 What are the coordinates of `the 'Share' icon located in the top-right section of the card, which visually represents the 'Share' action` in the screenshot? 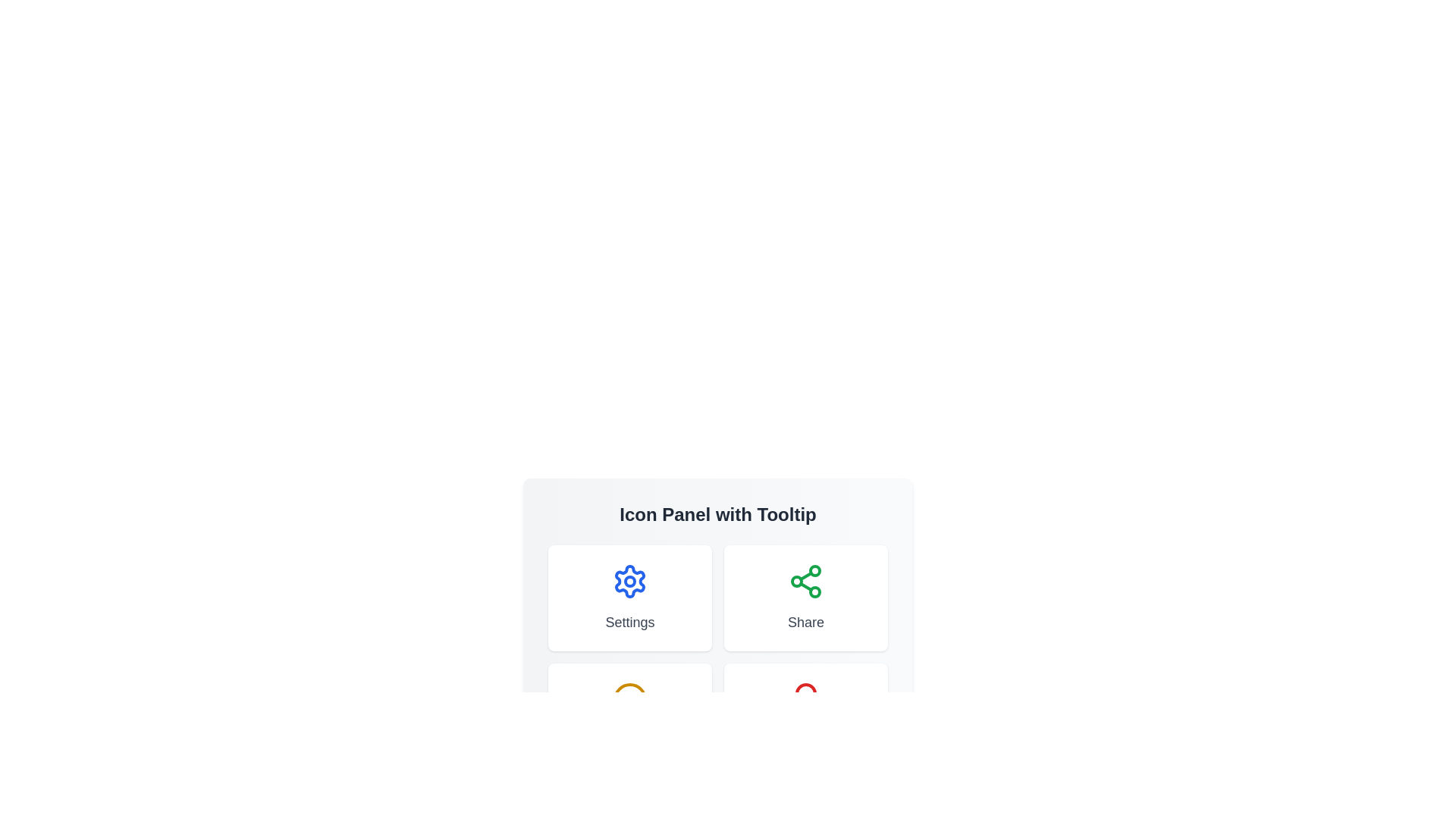 It's located at (805, 581).